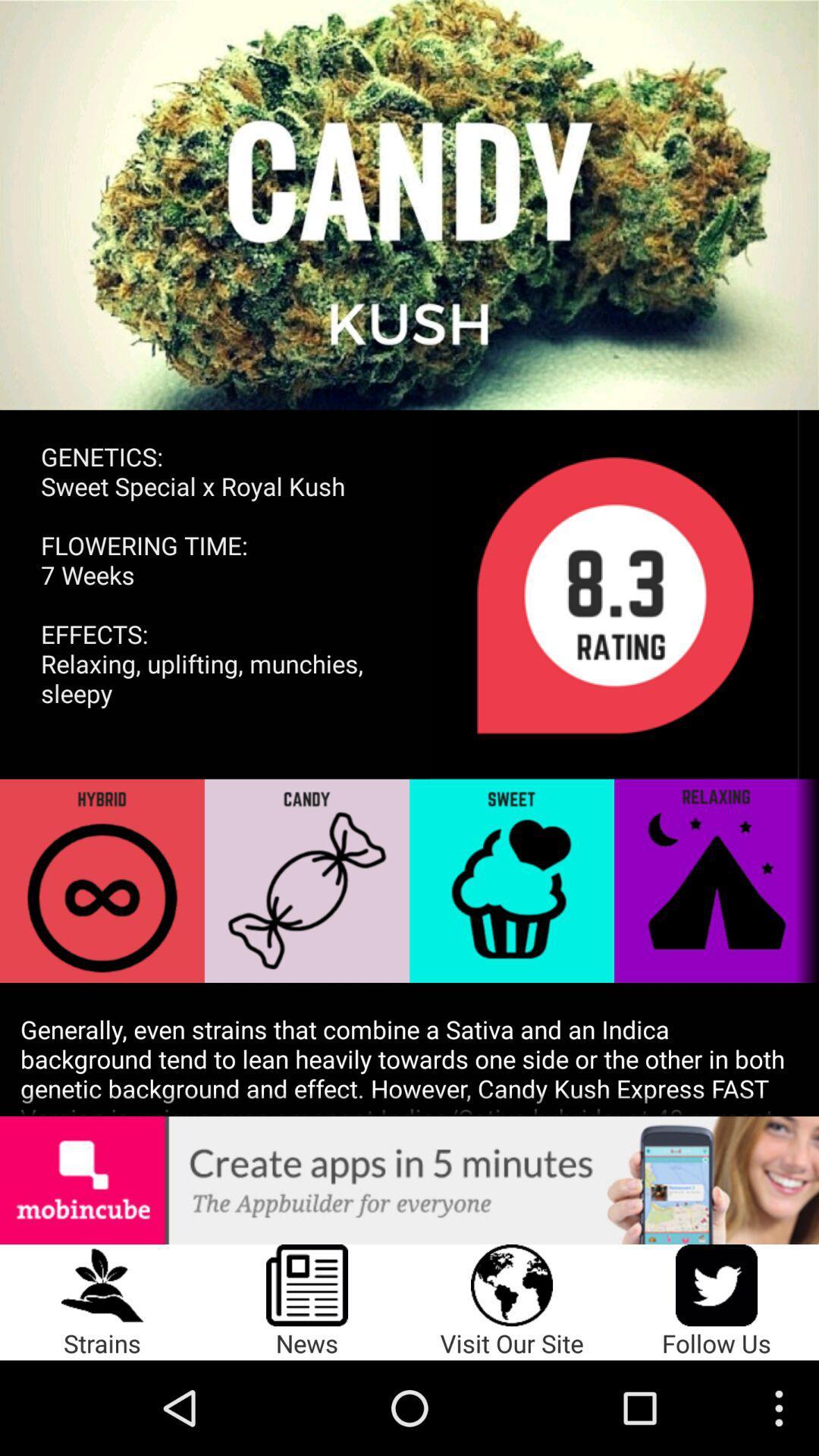  I want to click on takes you to mobincube app building, so click(409, 1179).